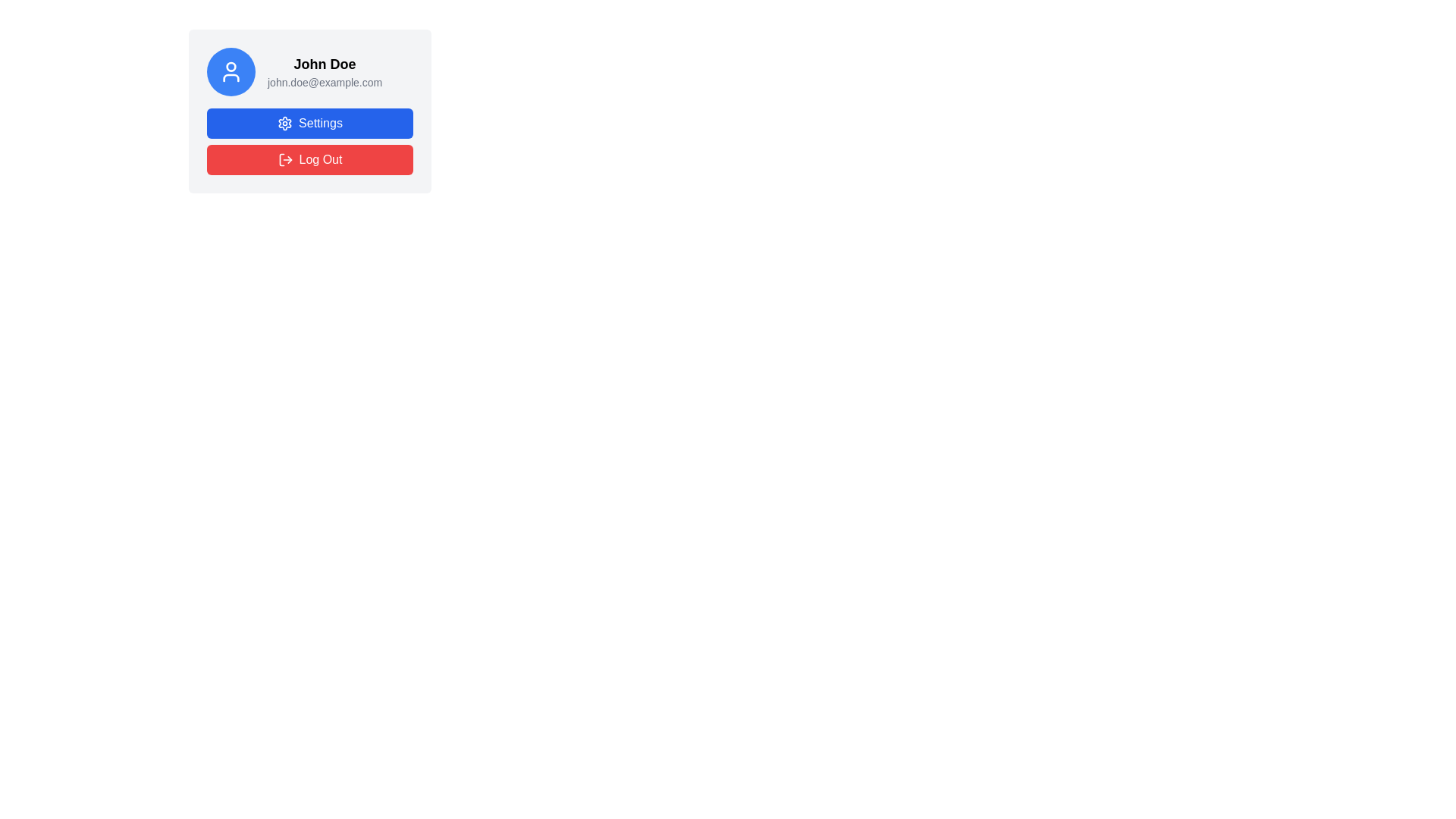 This screenshot has height=819, width=1456. Describe the element at coordinates (285, 122) in the screenshot. I see `the settings icon, which serves as a visual indicator for accessing configuration options` at that location.